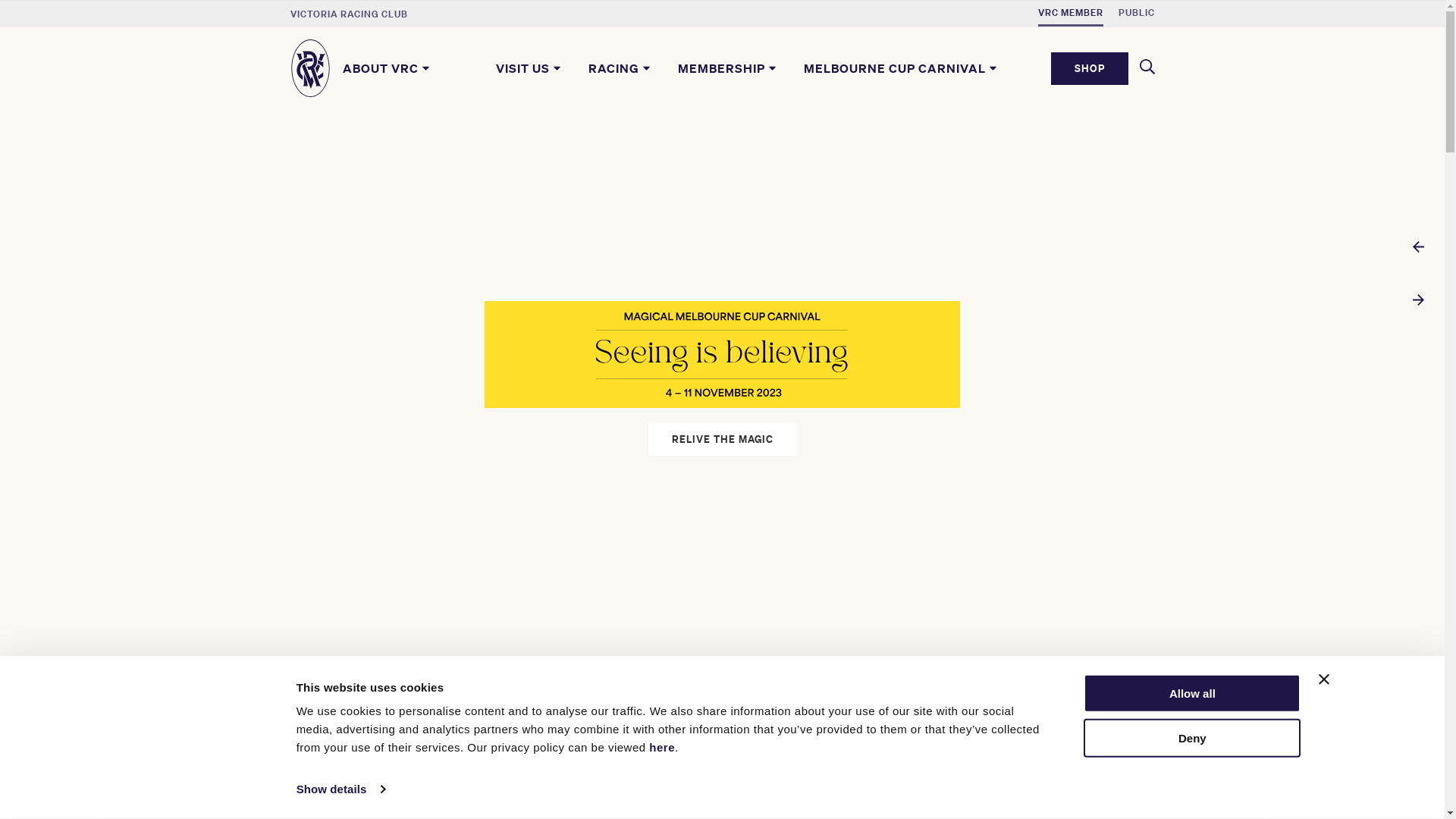  What do you see at coordinates (1191, 693) in the screenshot?
I see `'Allow all'` at bounding box center [1191, 693].